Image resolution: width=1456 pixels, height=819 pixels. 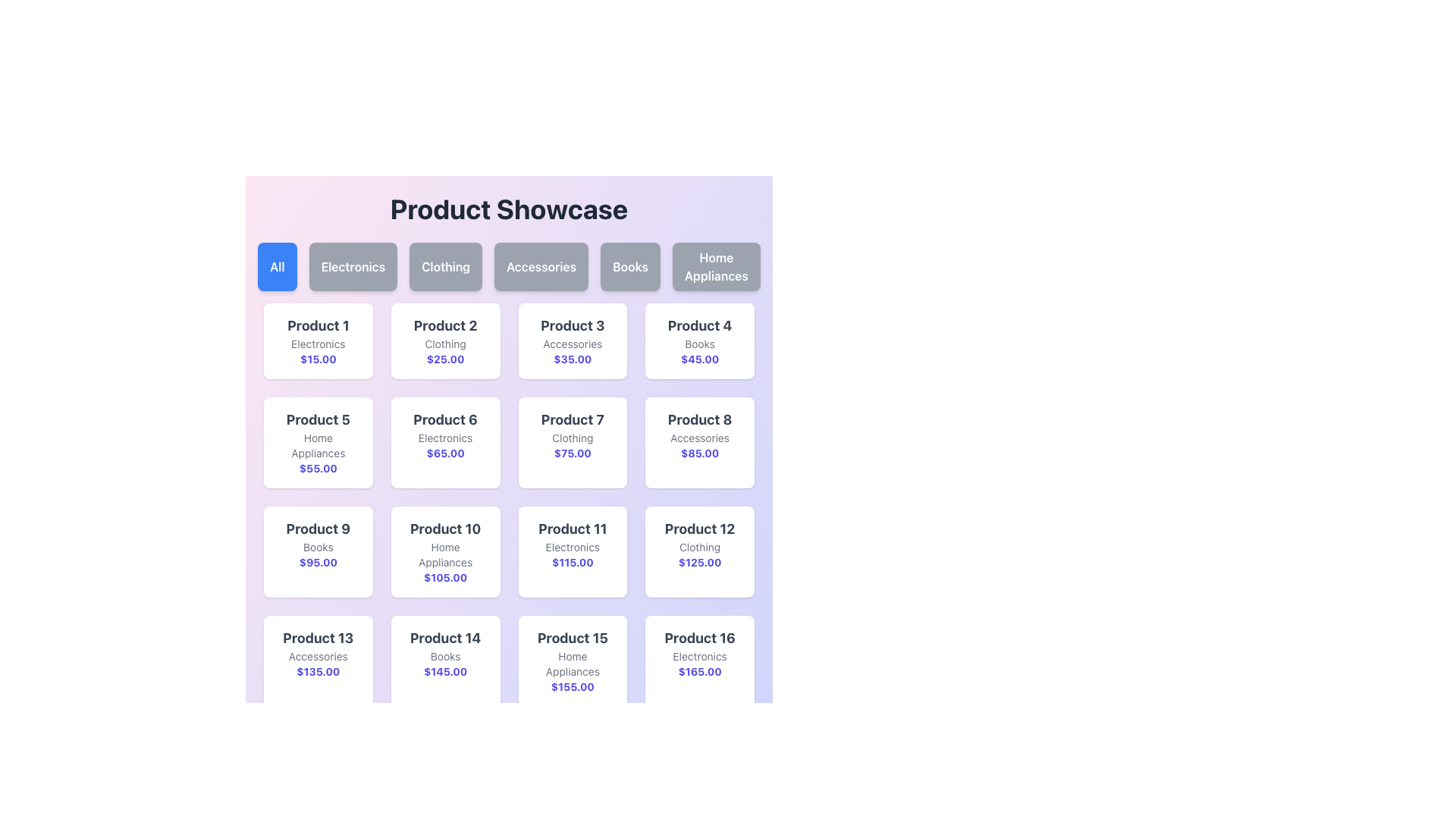 I want to click on the static price display for 'Product 9' located at the bottom of the product card beneath the category label 'Books', so click(x=317, y=562).